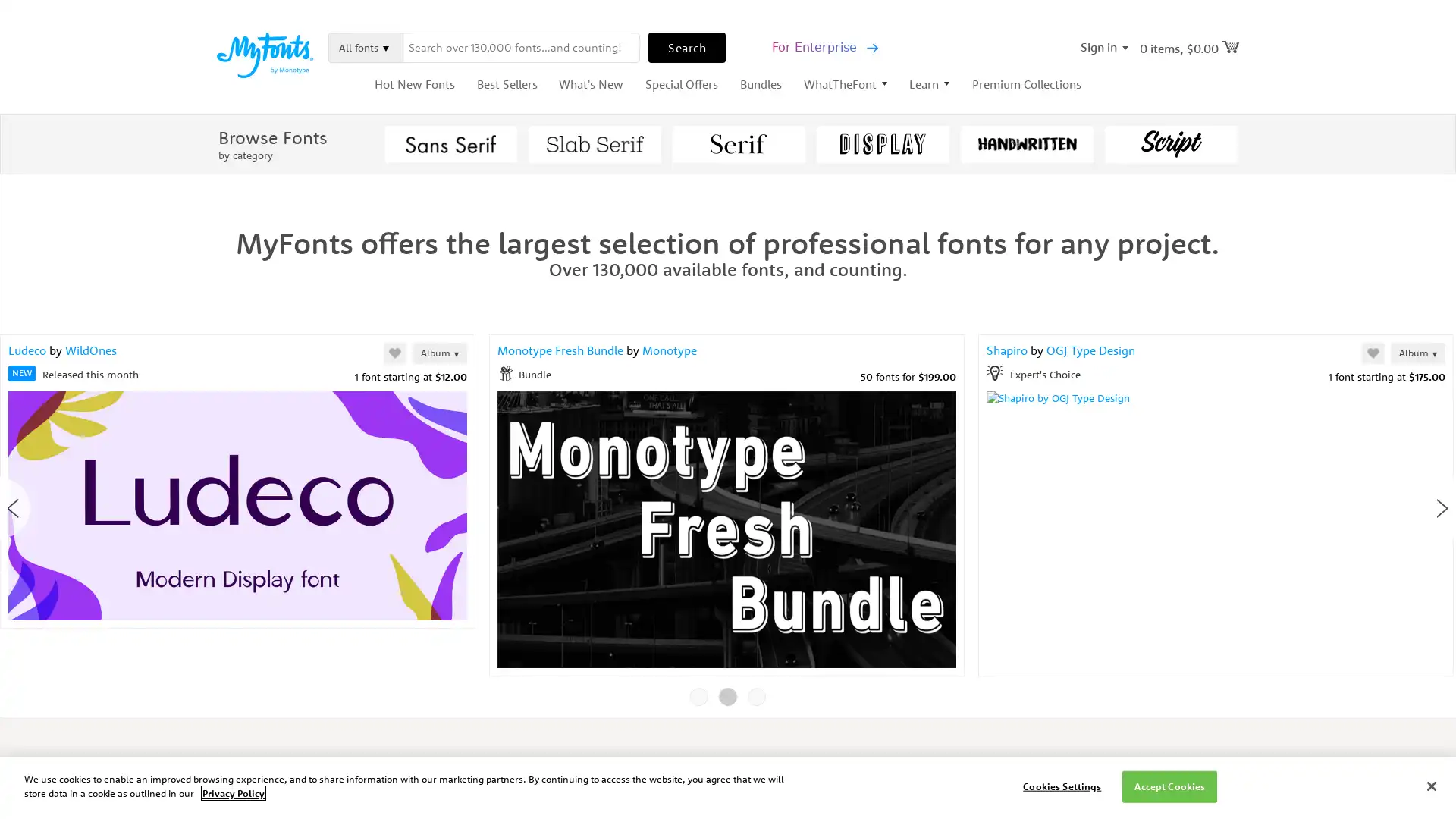 The width and height of the screenshot is (1456, 819). Describe the element at coordinates (1169, 786) in the screenshot. I see `Accept Cookies` at that location.